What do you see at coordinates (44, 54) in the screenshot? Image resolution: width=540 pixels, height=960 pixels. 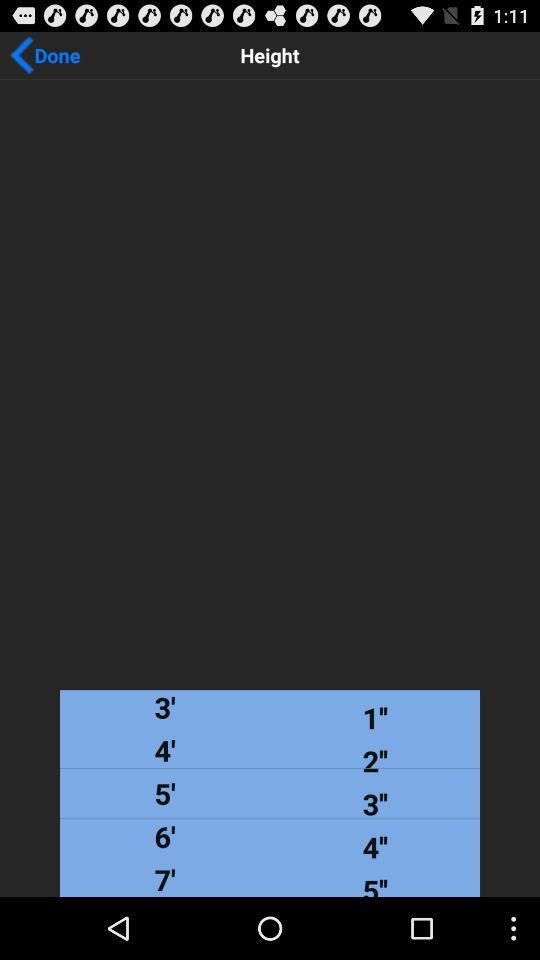 I see `item to the left of height app` at bounding box center [44, 54].